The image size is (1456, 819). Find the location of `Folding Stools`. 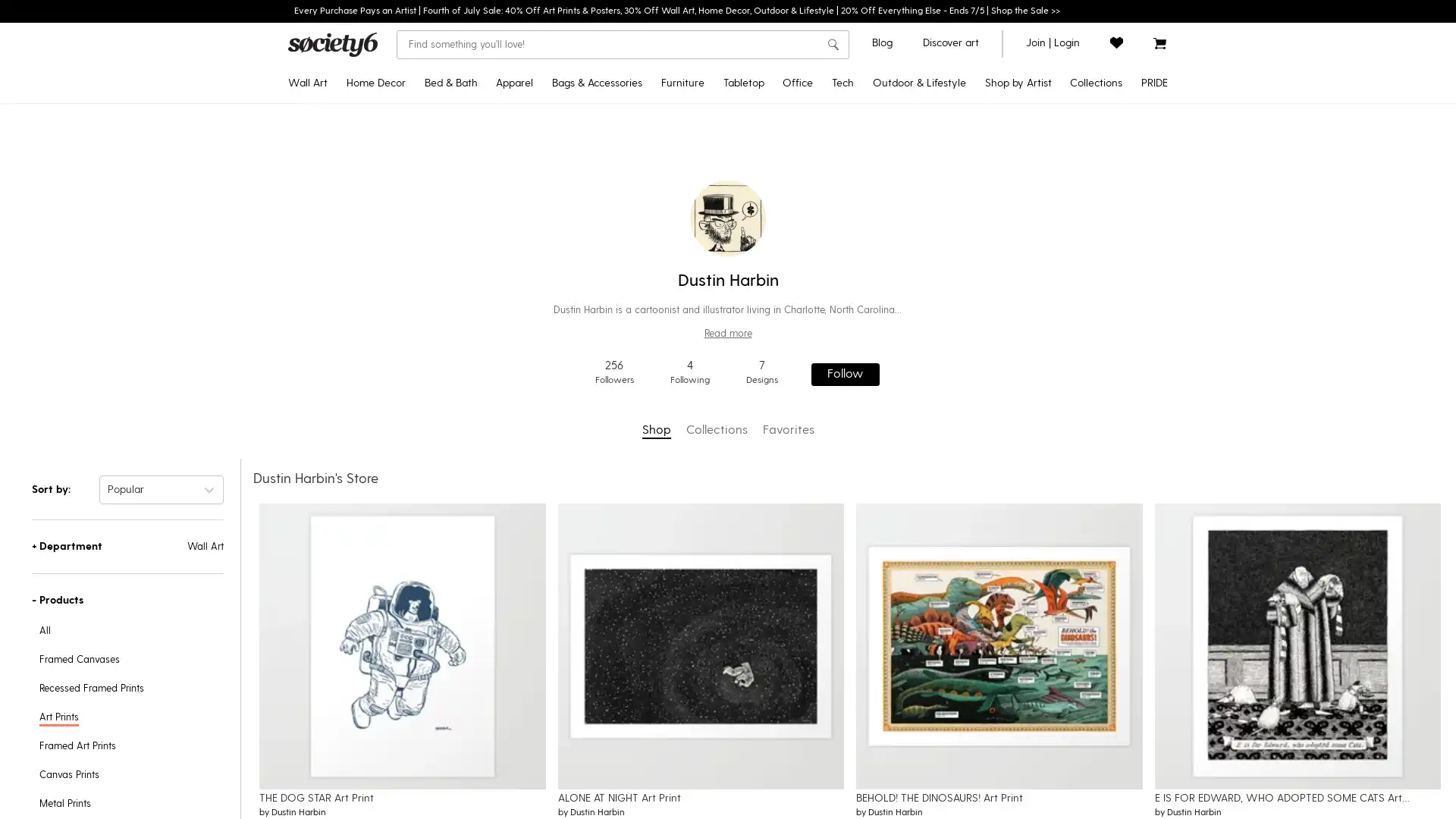

Folding Stools is located at coordinates (939, 415).